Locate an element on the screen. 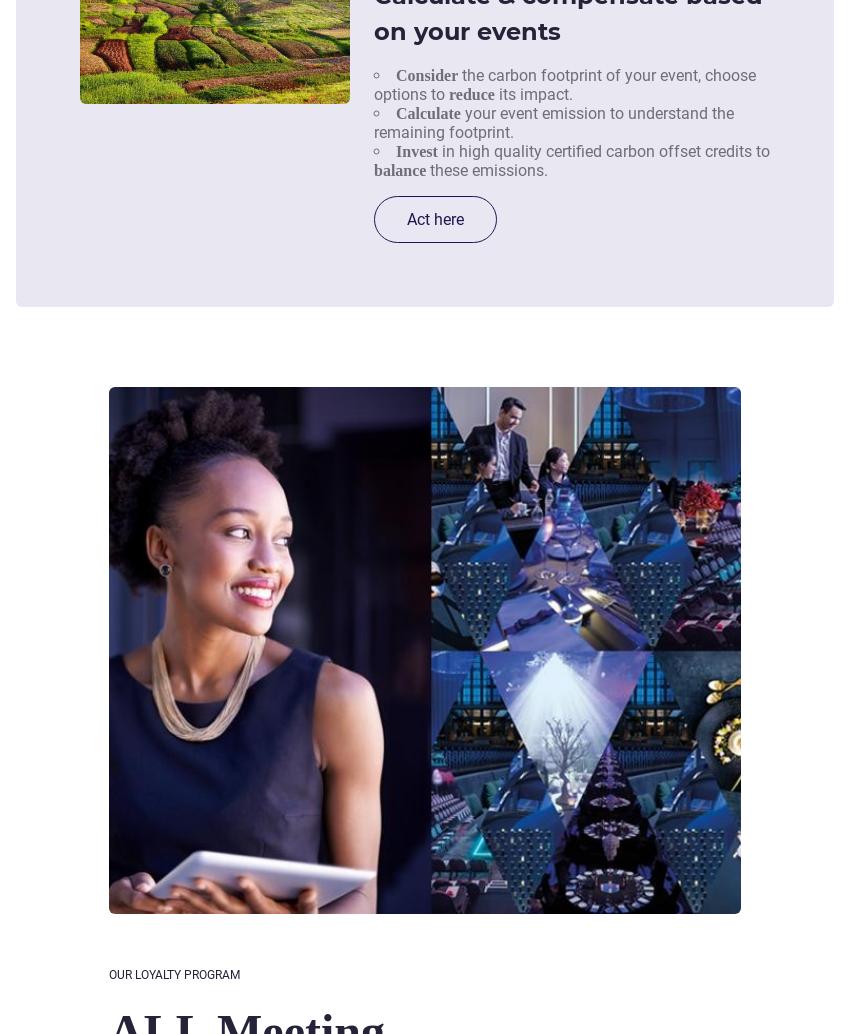  'your event emission to understand the remaining footprint.' is located at coordinates (552, 122).